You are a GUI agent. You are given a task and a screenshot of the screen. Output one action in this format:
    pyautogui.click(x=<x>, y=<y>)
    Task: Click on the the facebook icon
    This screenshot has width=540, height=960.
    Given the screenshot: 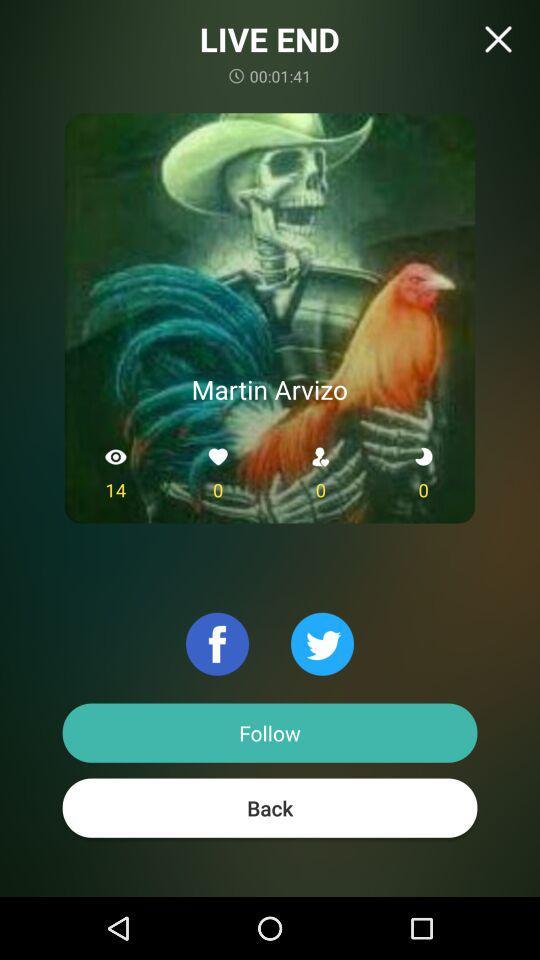 What is the action you would take?
    pyautogui.click(x=216, y=643)
    